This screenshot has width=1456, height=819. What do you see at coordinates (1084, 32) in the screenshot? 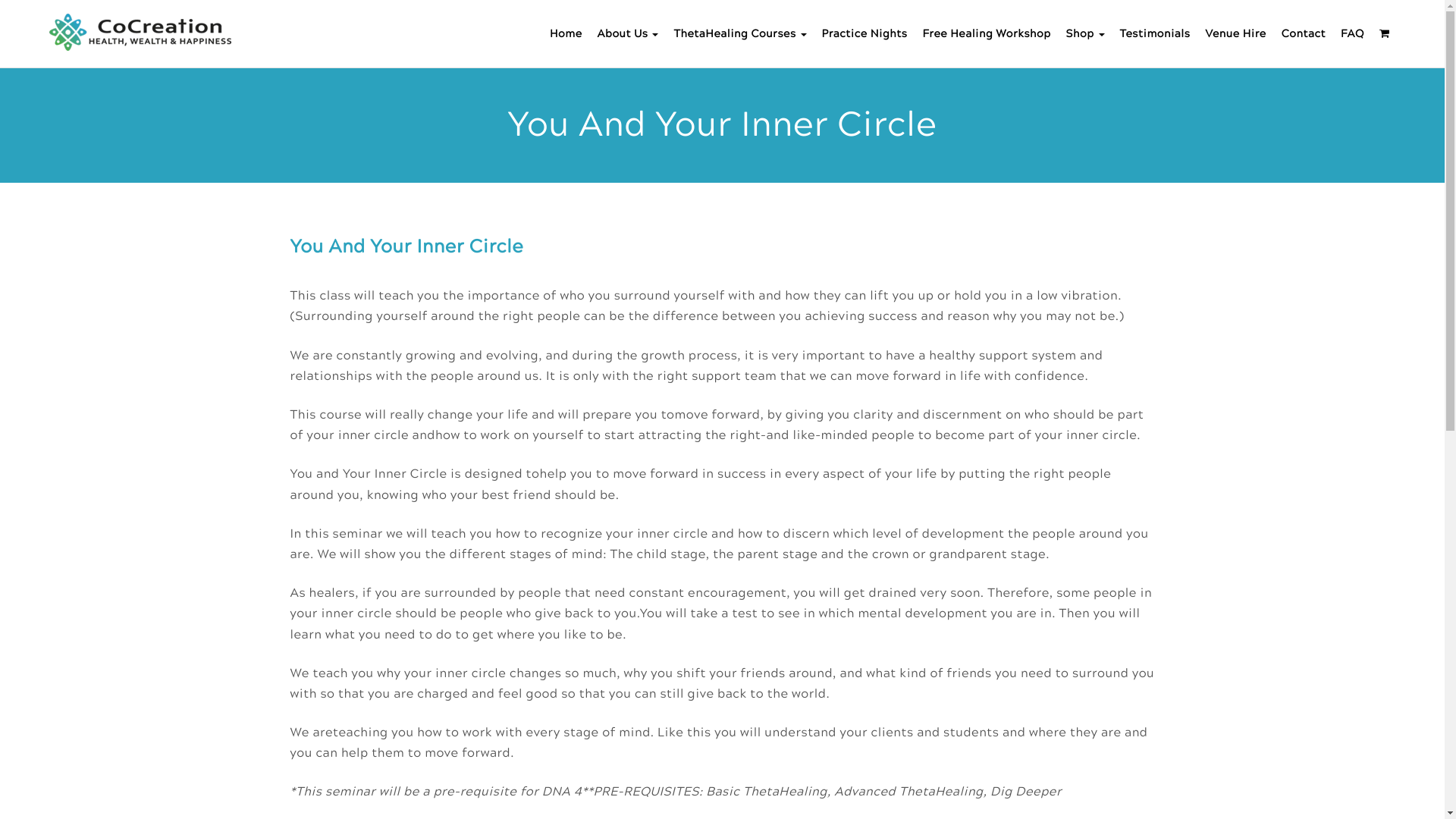
I see `'Shop'` at bounding box center [1084, 32].